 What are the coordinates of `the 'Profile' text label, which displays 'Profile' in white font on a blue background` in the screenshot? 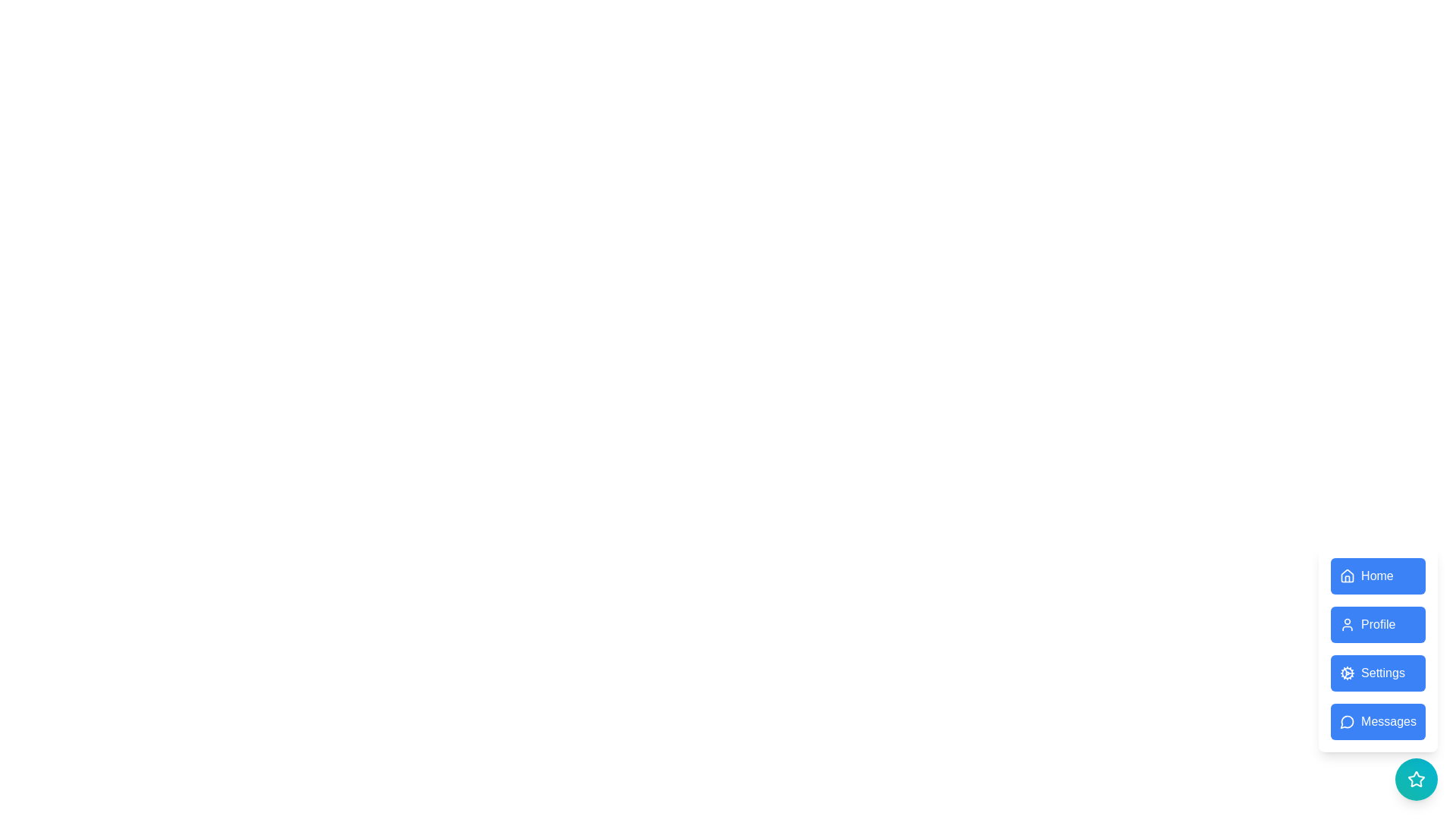 It's located at (1378, 625).